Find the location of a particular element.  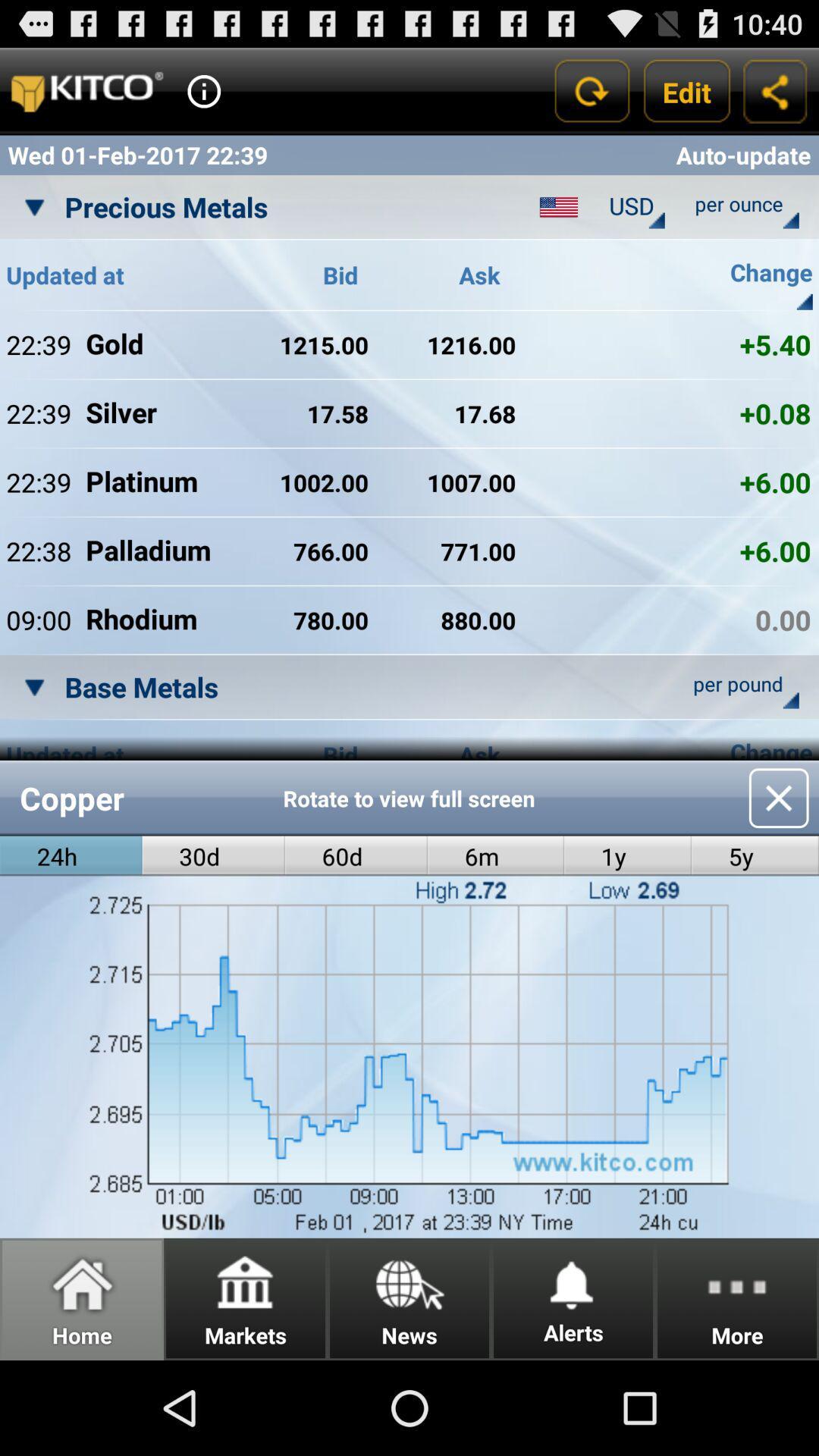

the info icon is located at coordinates (203, 97).